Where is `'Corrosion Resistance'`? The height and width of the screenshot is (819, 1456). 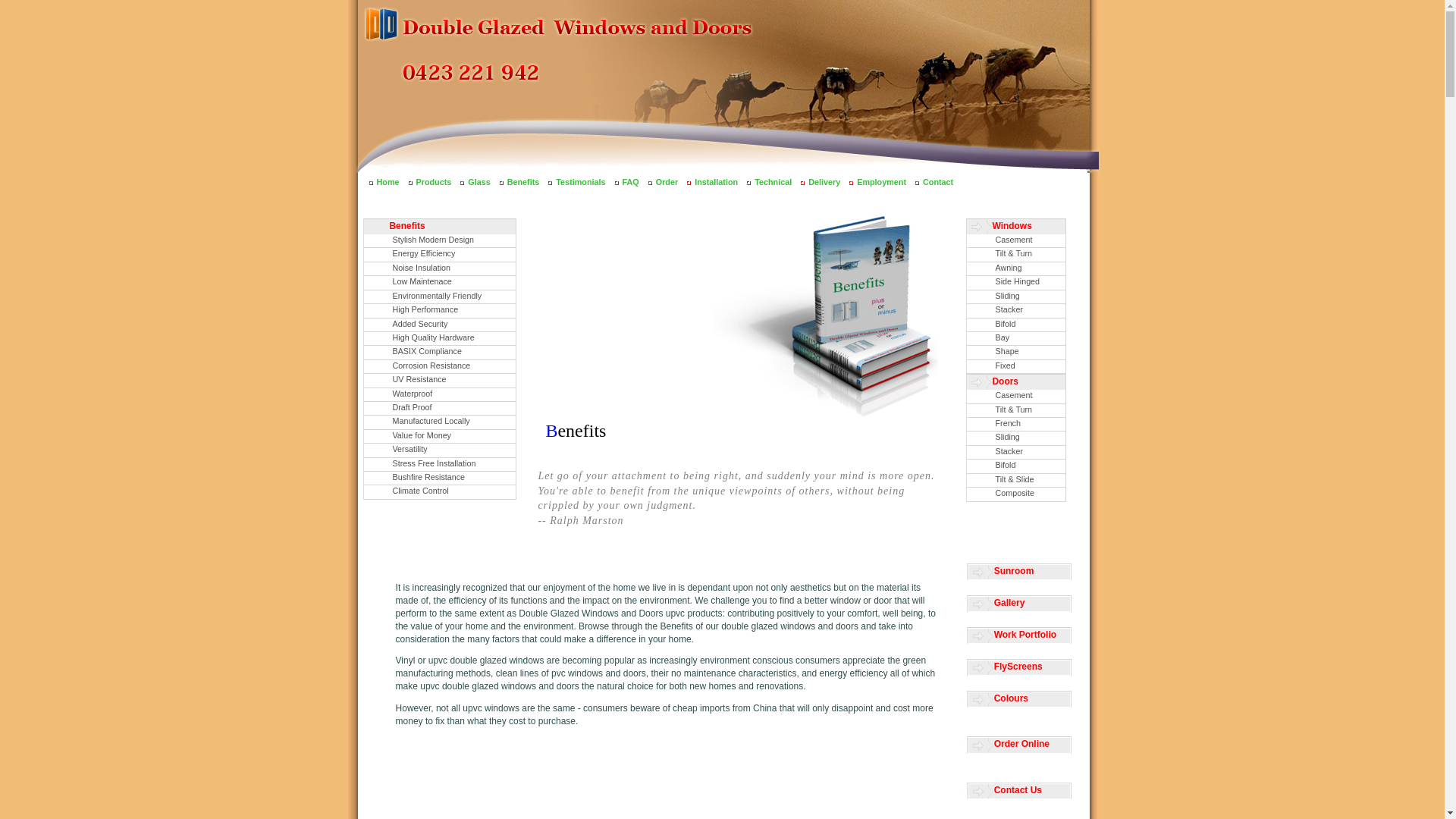 'Corrosion Resistance' is located at coordinates (439, 366).